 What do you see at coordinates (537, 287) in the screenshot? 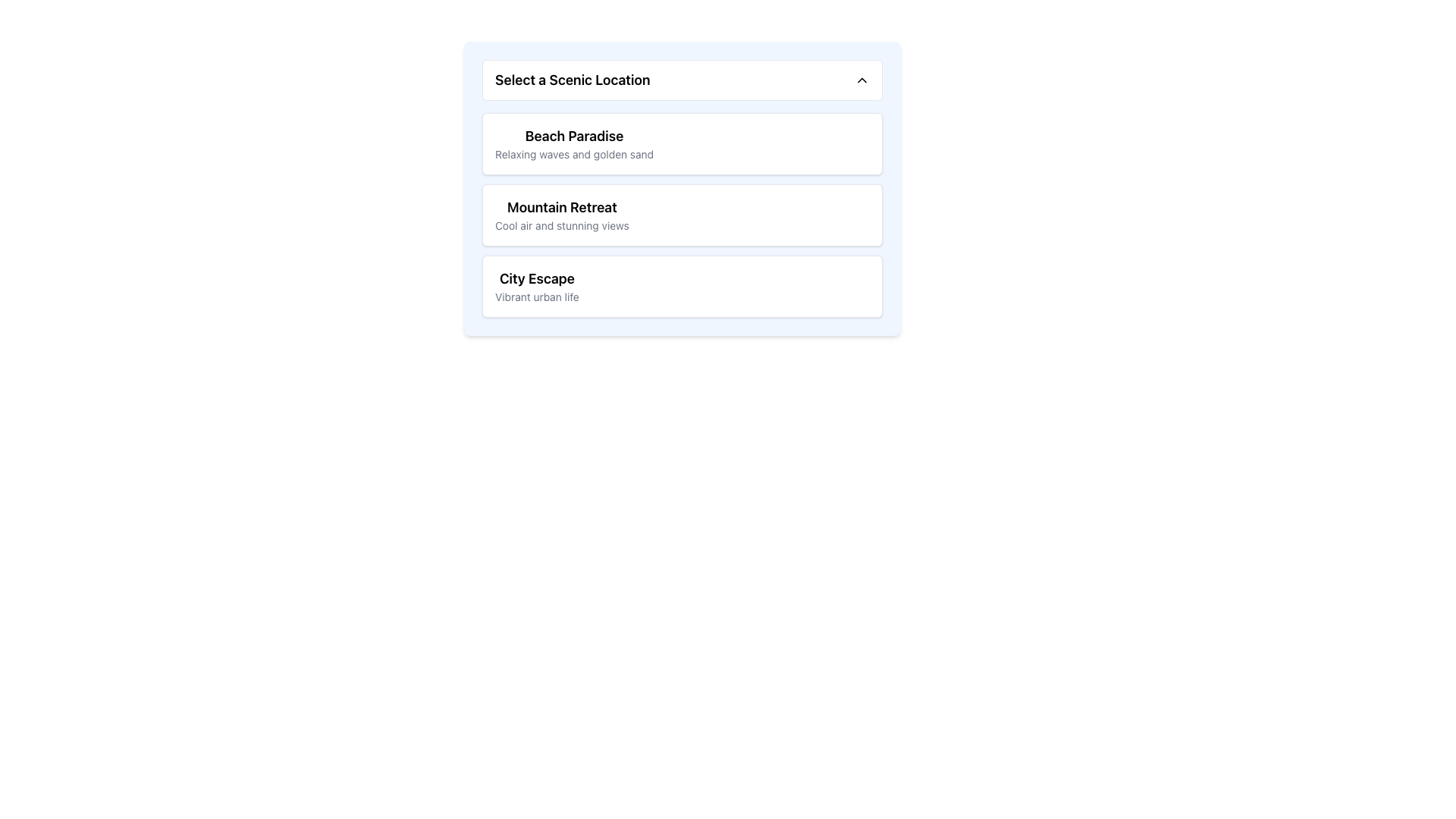
I see `the 'City Escape' text block` at bounding box center [537, 287].